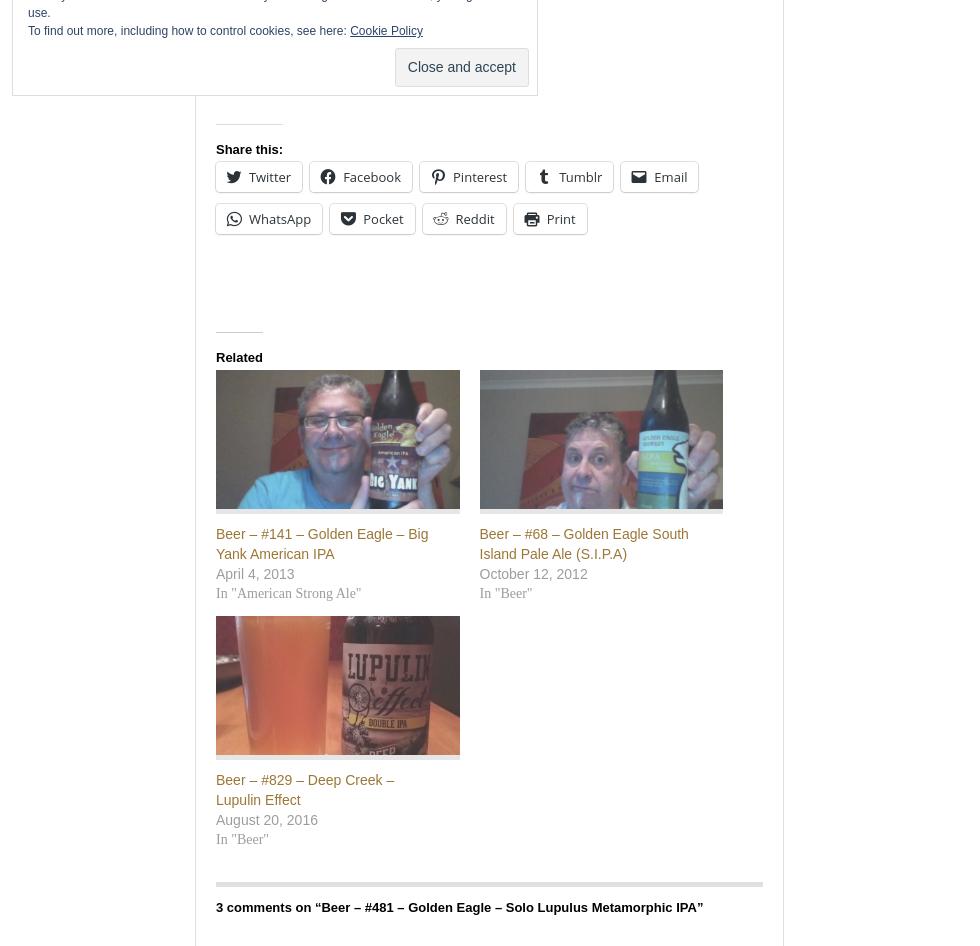 This screenshot has height=946, width=980. Describe the element at coordinates (279, 218) in the screenshot. I see `'WhatsApp'` at that location.